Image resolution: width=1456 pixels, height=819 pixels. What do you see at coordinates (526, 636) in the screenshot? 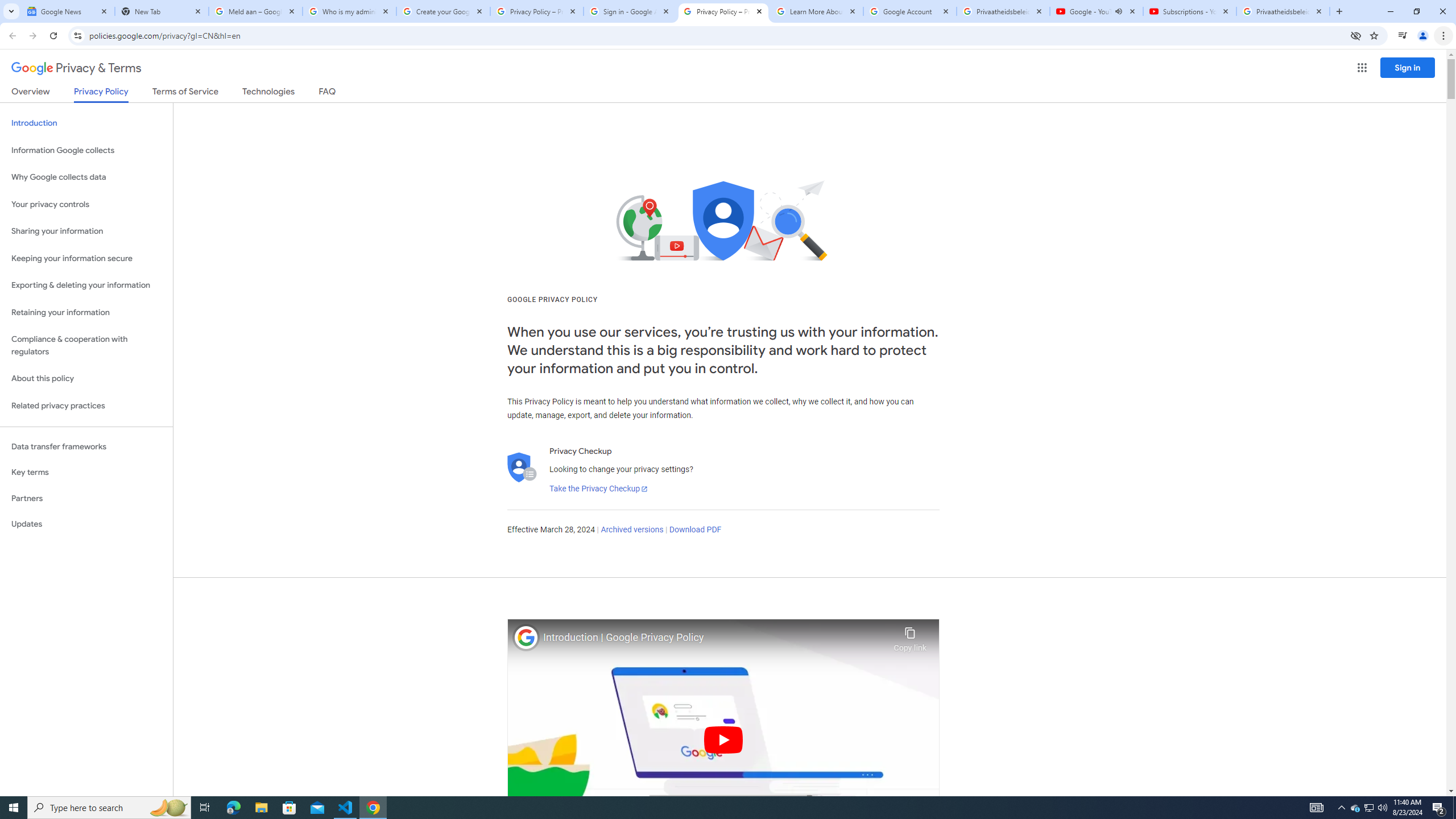
I see `'Photo image of Google'` at bounding box center [526, 636].